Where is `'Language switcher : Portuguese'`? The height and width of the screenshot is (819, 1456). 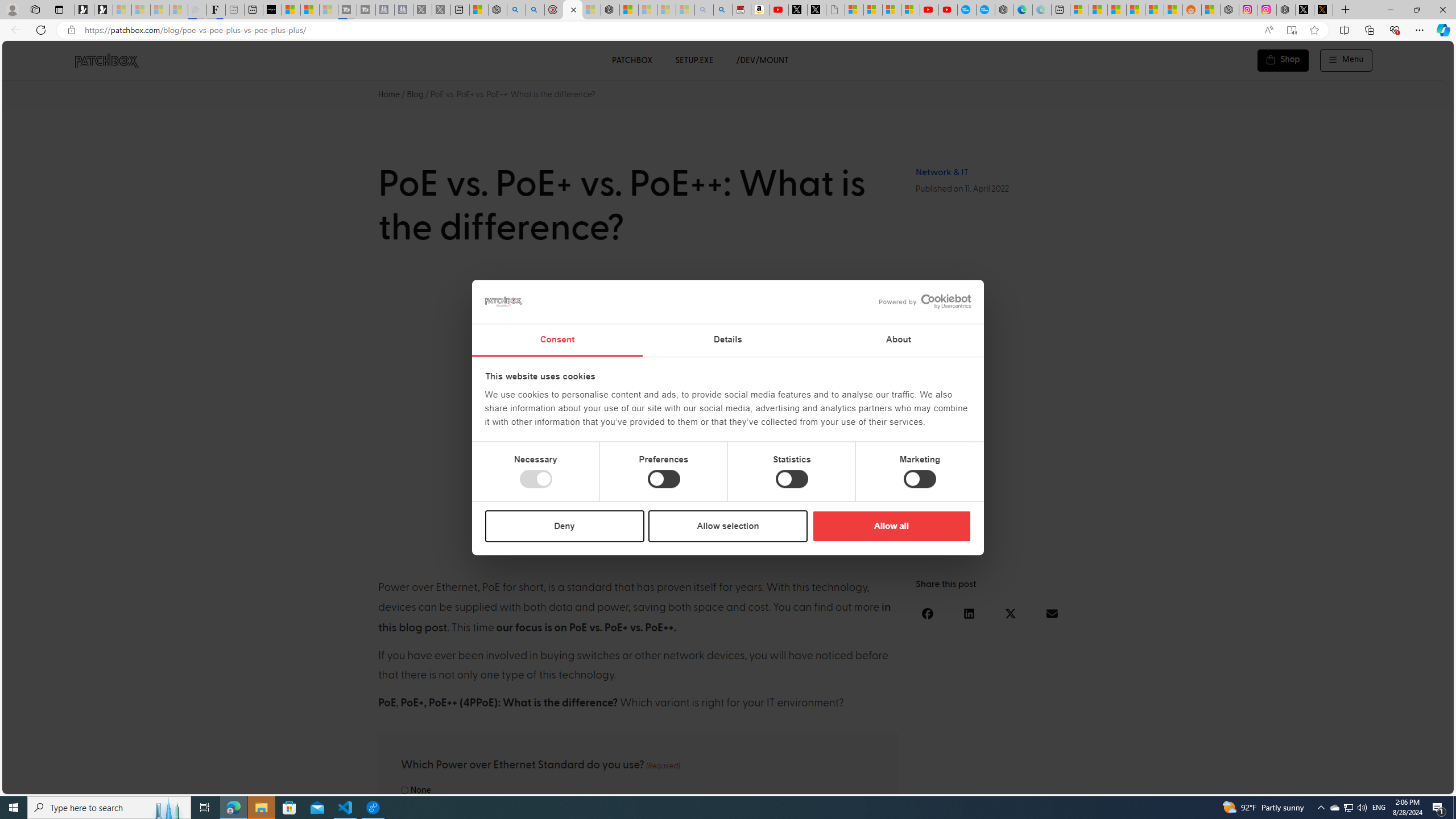
'Language switcher : Portuguese' is located at coordinates (1402, 783).